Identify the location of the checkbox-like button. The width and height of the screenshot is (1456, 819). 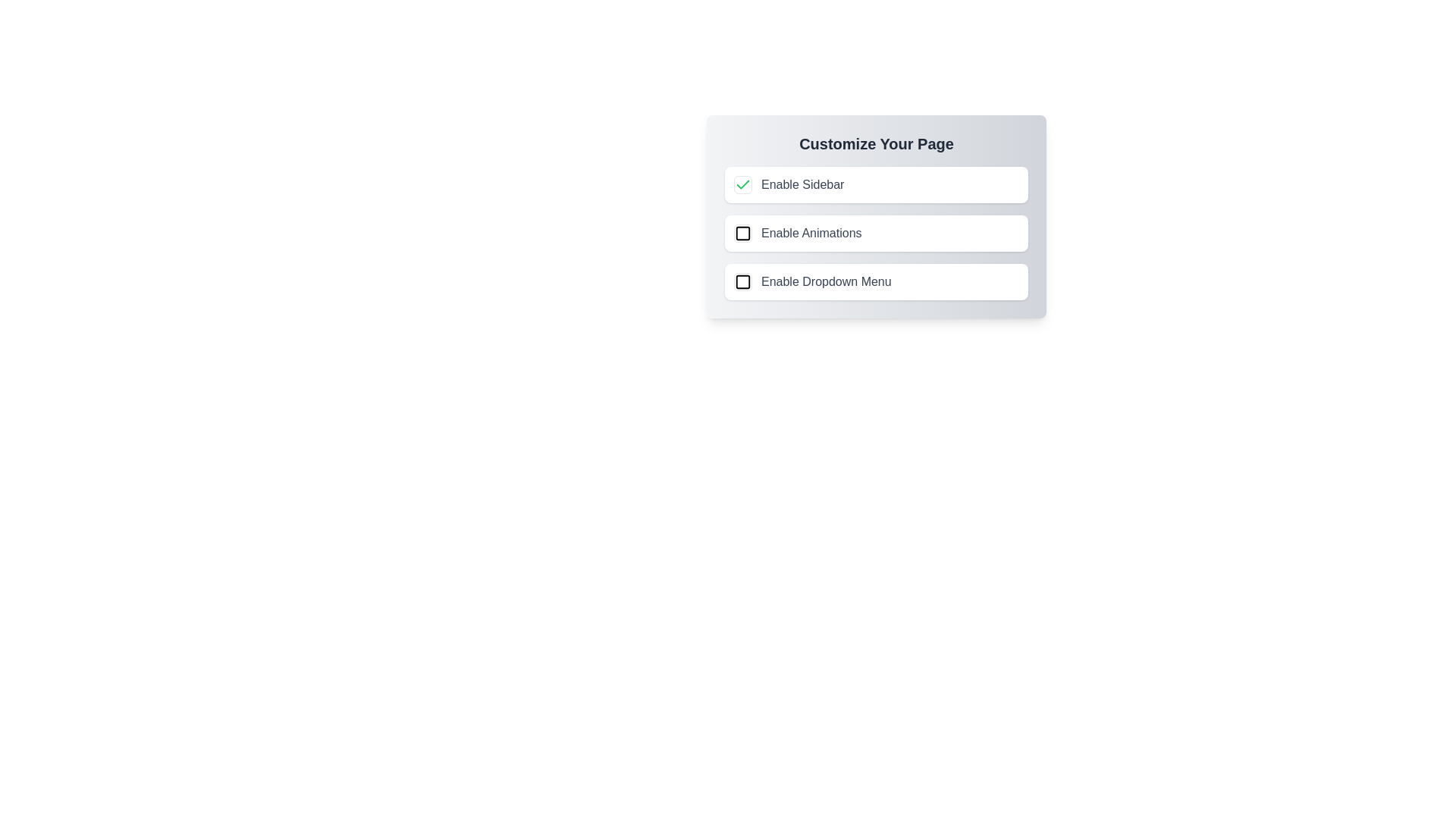
(742, 184).